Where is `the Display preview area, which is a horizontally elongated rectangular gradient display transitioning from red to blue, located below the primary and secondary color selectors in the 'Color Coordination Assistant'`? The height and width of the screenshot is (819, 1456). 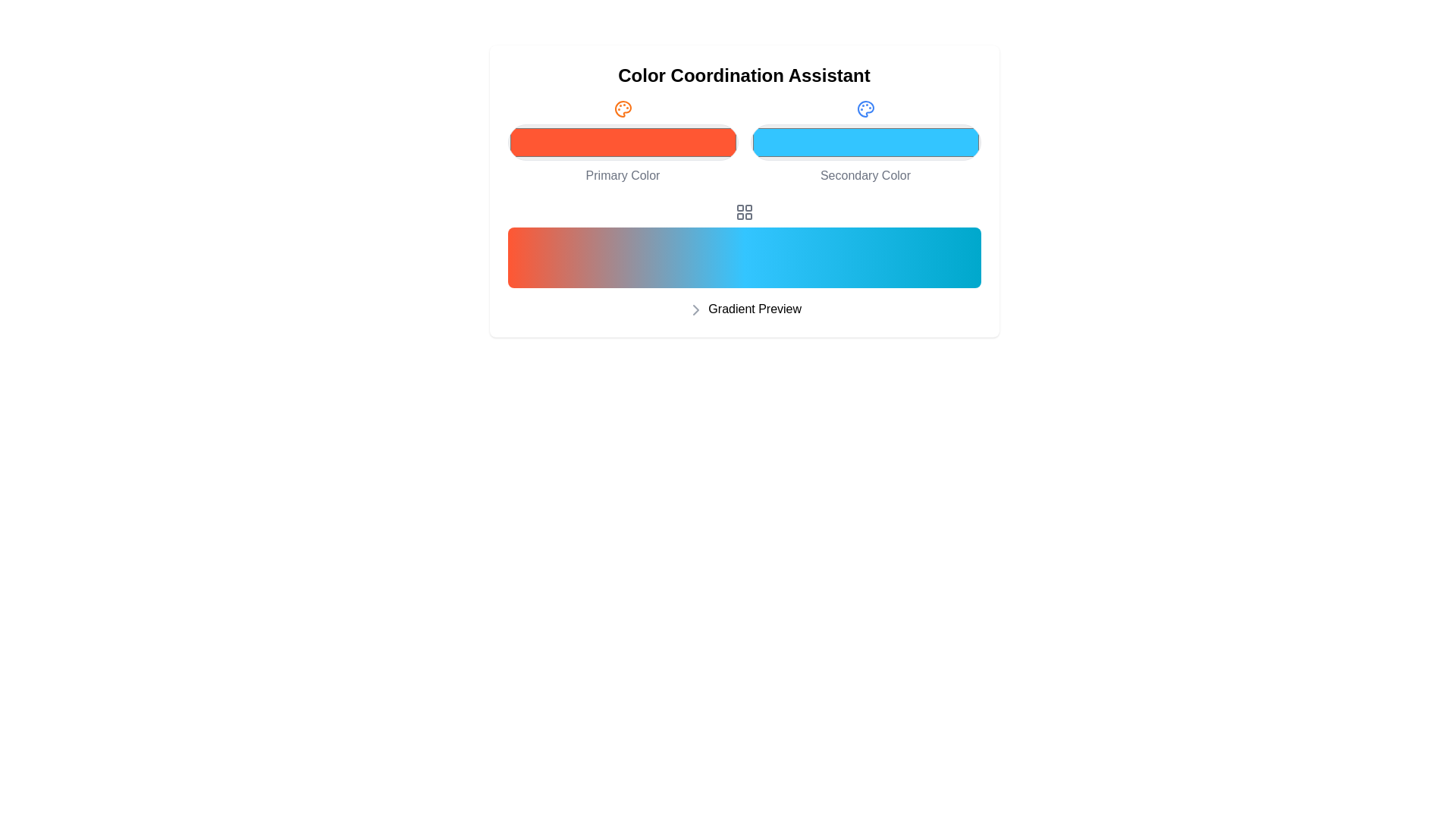
the Display preview area, which is a horizontally elongated rectangular gradient display transitioning from red to blue, located below the primary and secondary color selectors in the 'Color Coordination Assistant' is located at coordinates (744, 260).